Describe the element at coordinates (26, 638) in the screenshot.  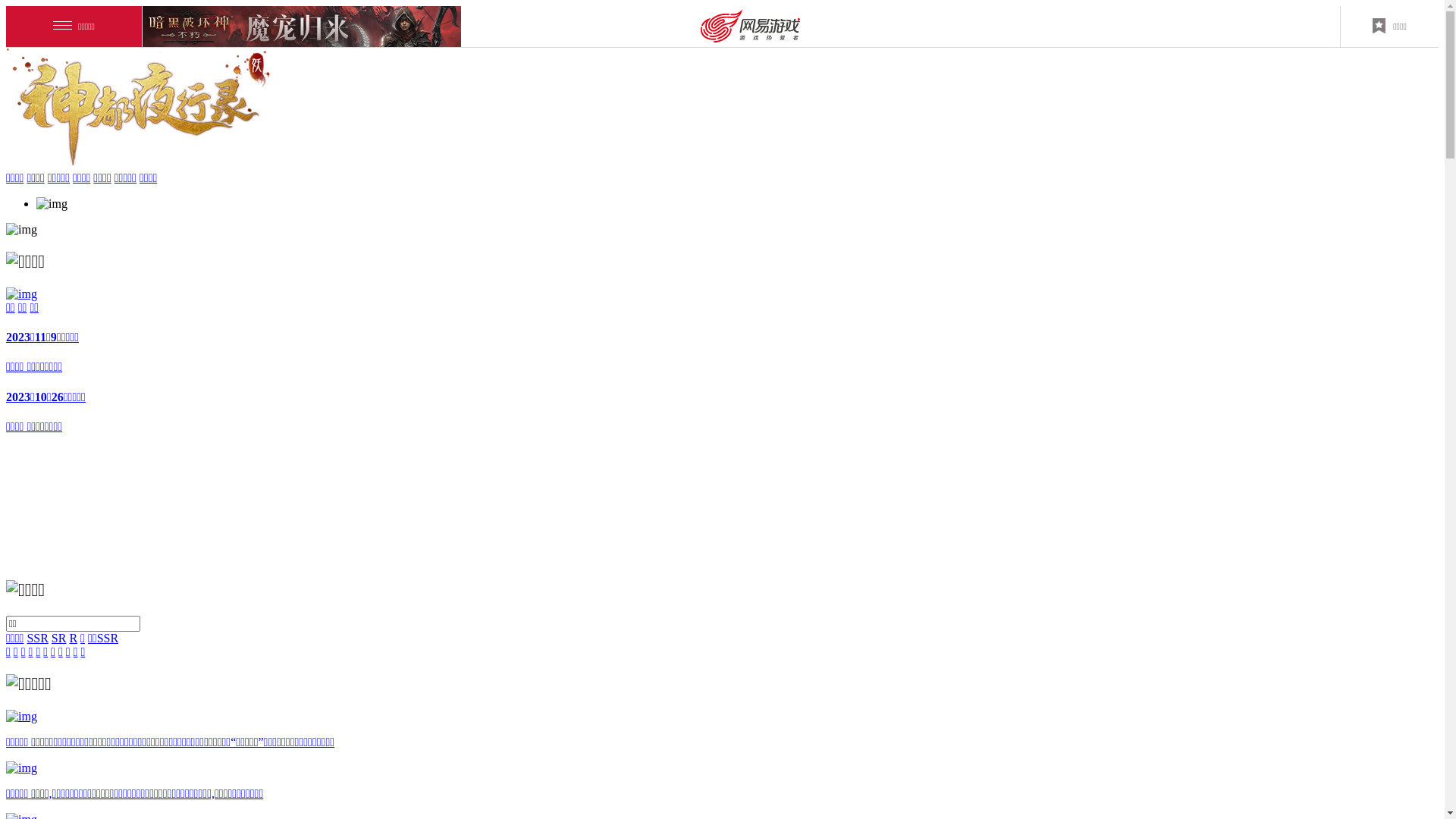
I see `'SSR'` at that location.